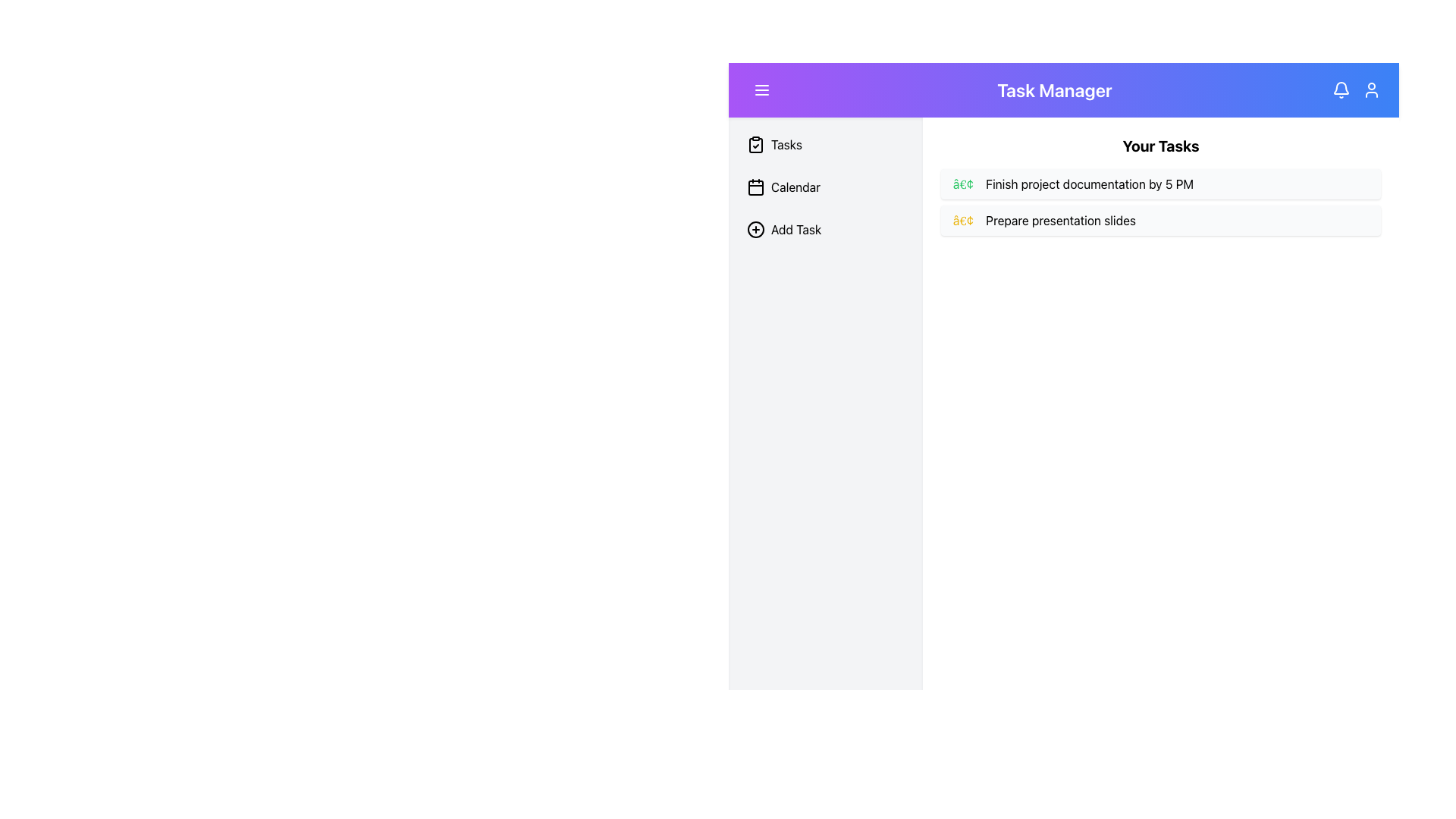 The height and width of the screenshot is (819, 1456). What do you see at coordinates (1160, 146) in the screenshot?
I see `the 'Your Tasks' text label element, which is a bold and enlarged font header located at the top of the content section, preceding a list of tasks` at bounding box center [1160, 146].